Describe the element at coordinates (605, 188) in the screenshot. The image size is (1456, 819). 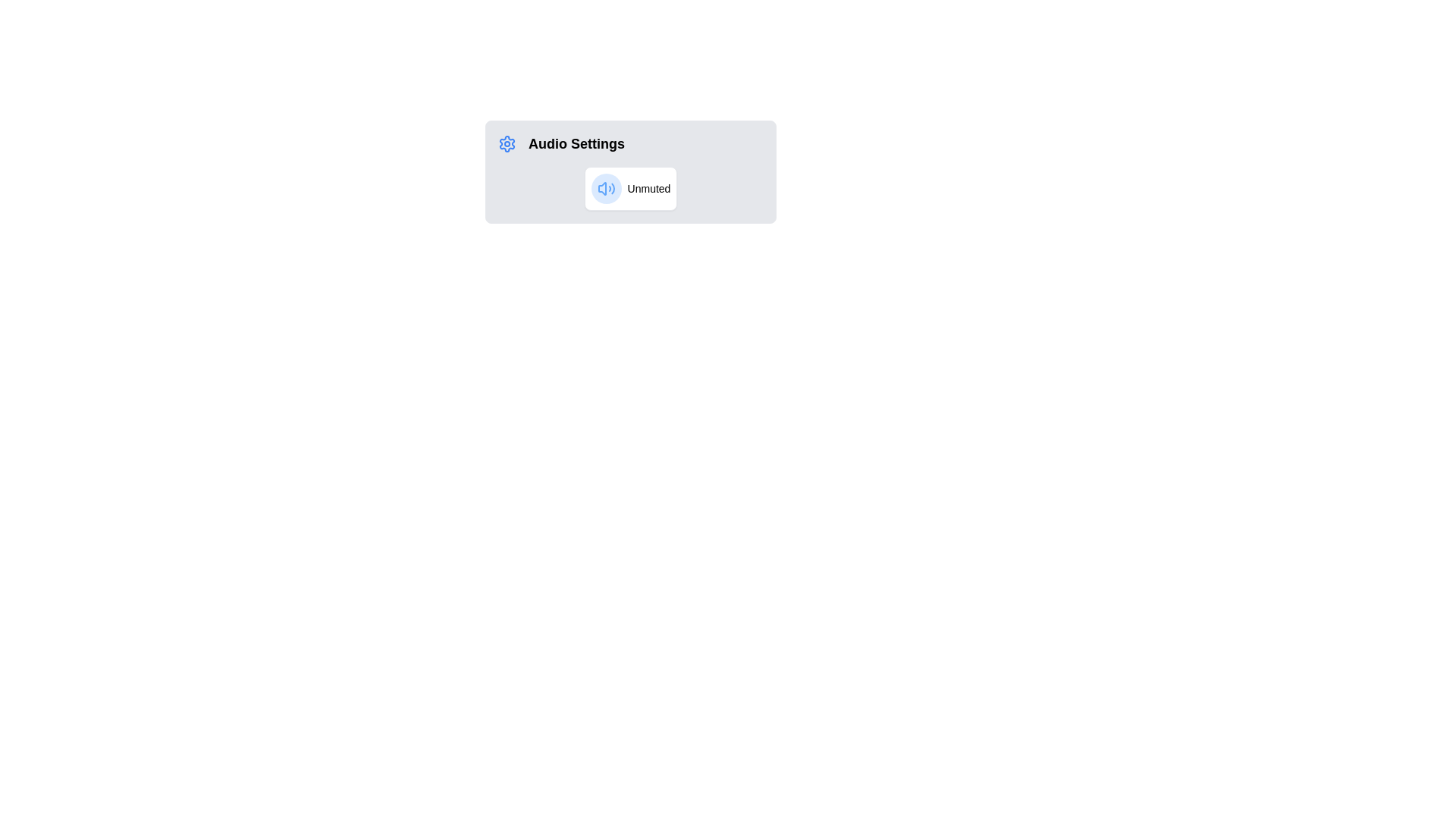
I see `the audio output icon located in the bottom-right area of a circular button with a blue background` at that location.